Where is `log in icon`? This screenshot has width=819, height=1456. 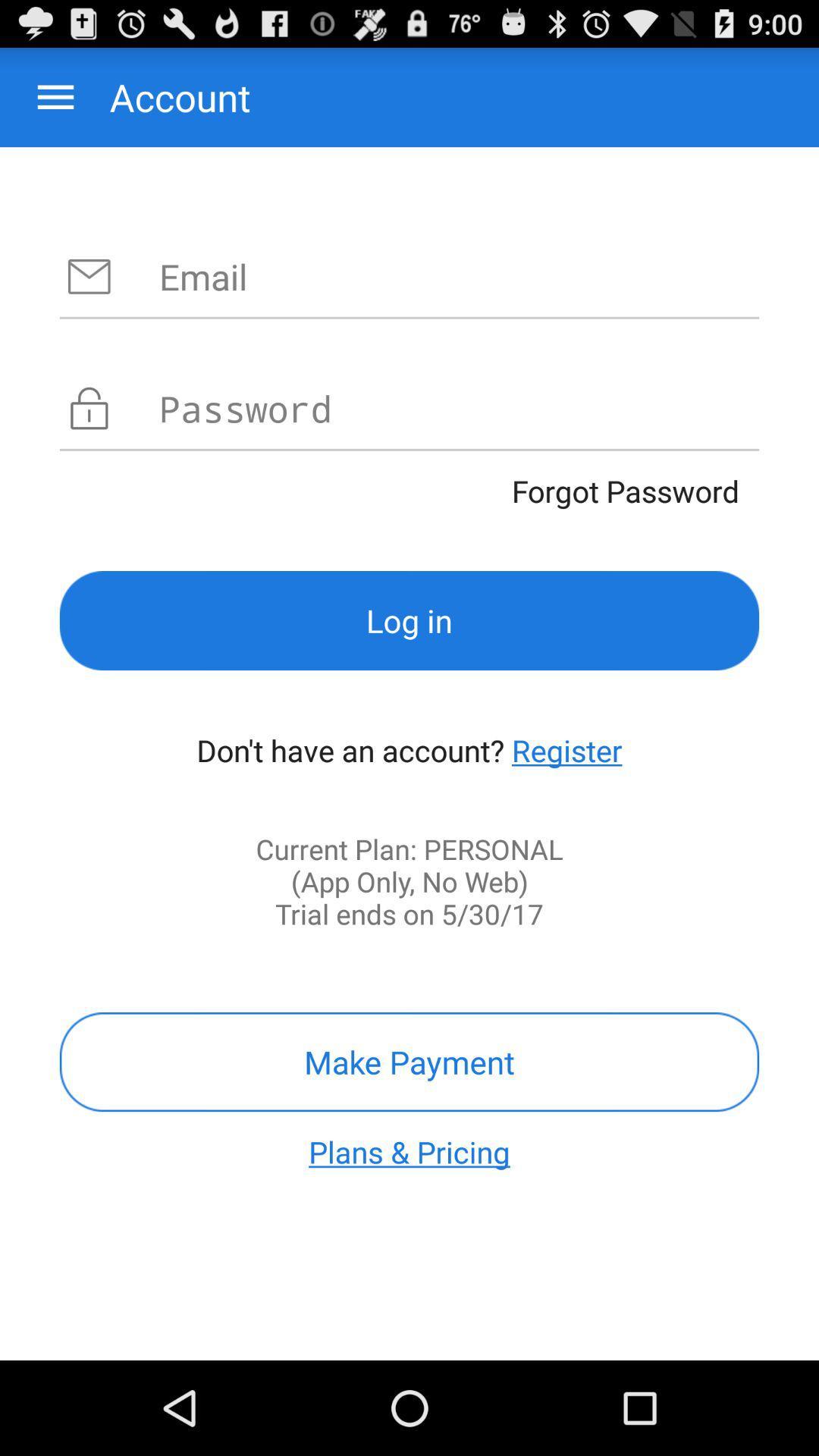 log in icon is located at coordinates (409, 620).